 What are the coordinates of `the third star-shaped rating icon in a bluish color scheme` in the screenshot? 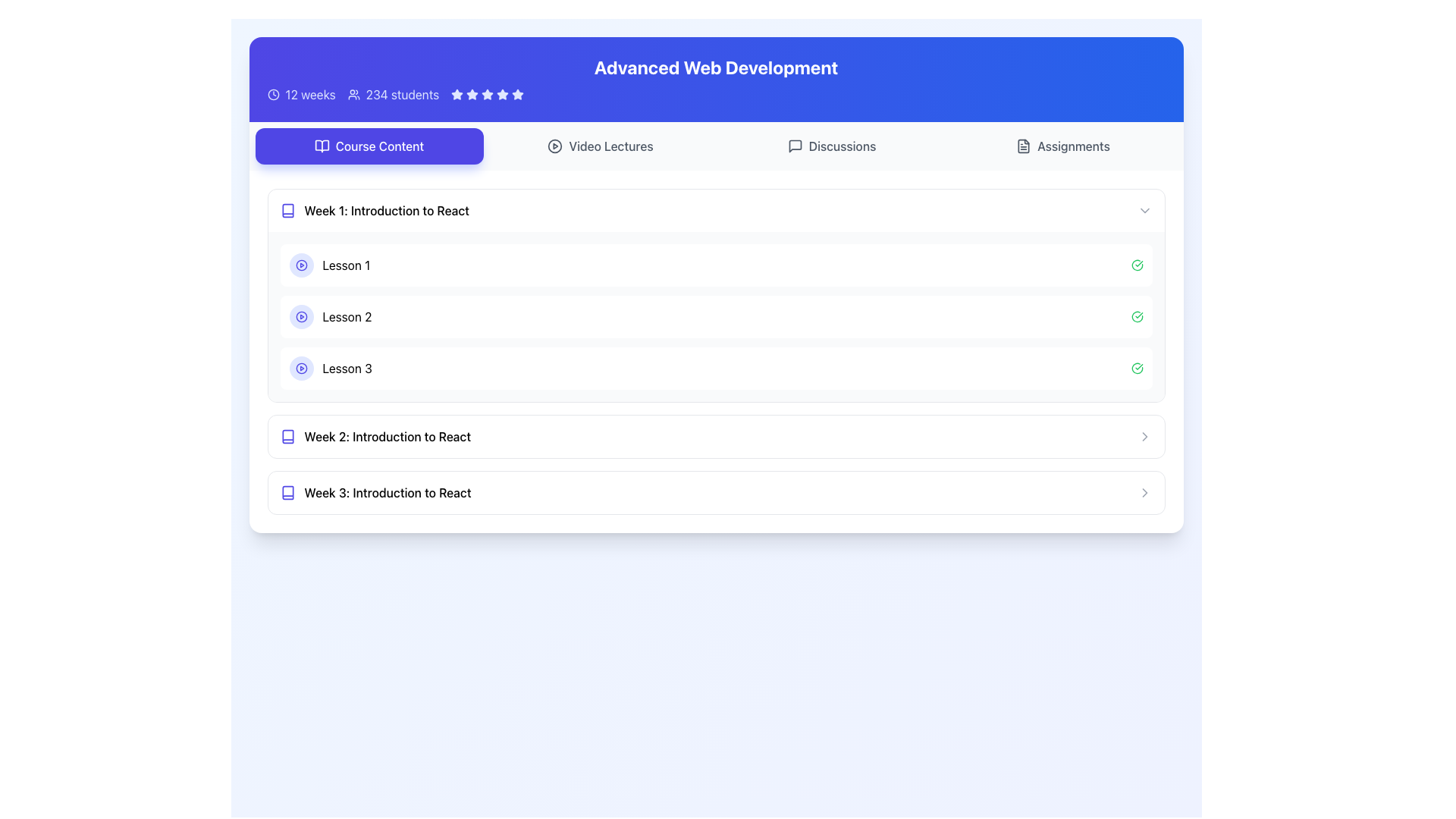 It's located at (472, 94).